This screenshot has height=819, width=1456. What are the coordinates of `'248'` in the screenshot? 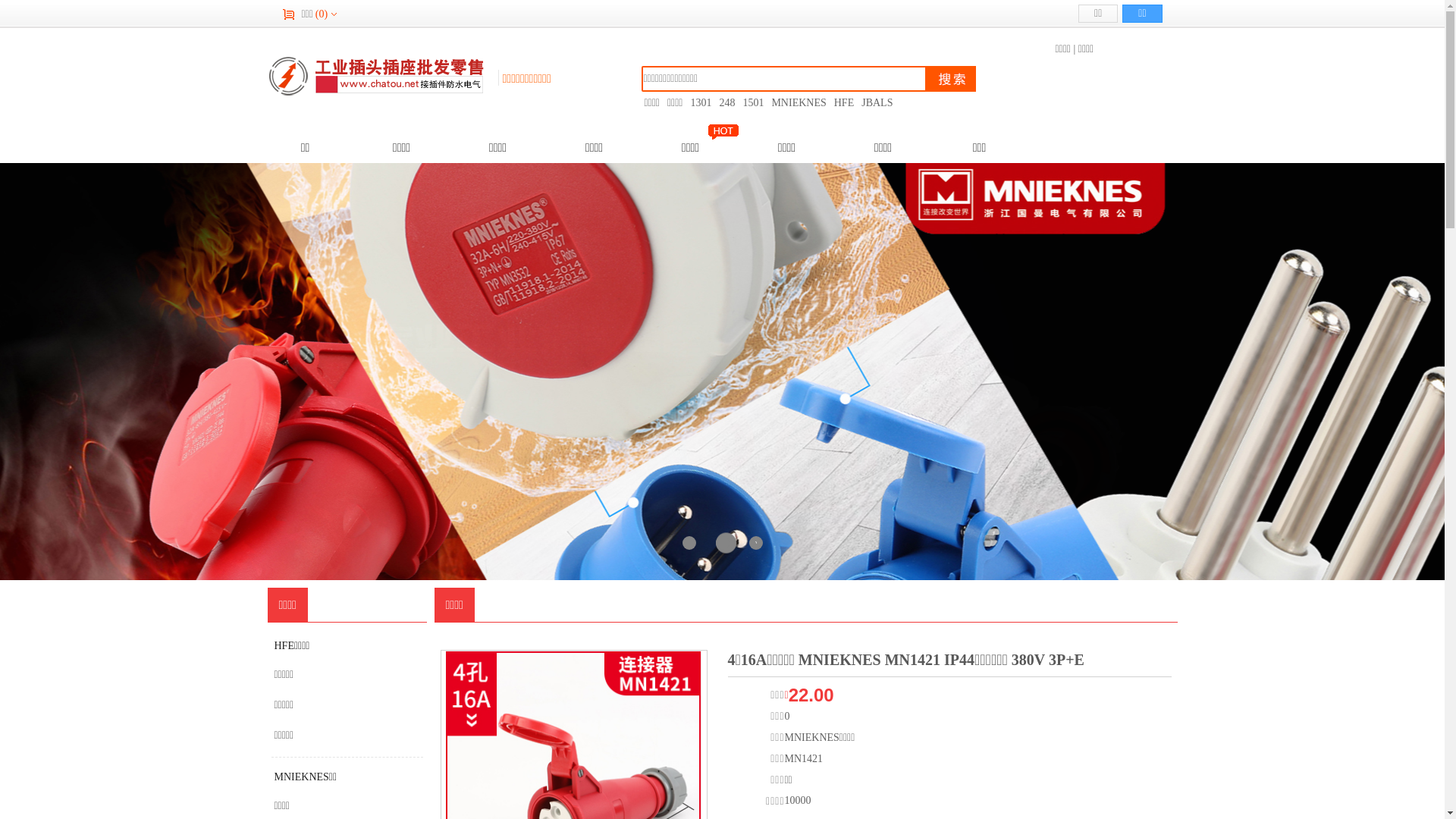 It's located at (726, 102).